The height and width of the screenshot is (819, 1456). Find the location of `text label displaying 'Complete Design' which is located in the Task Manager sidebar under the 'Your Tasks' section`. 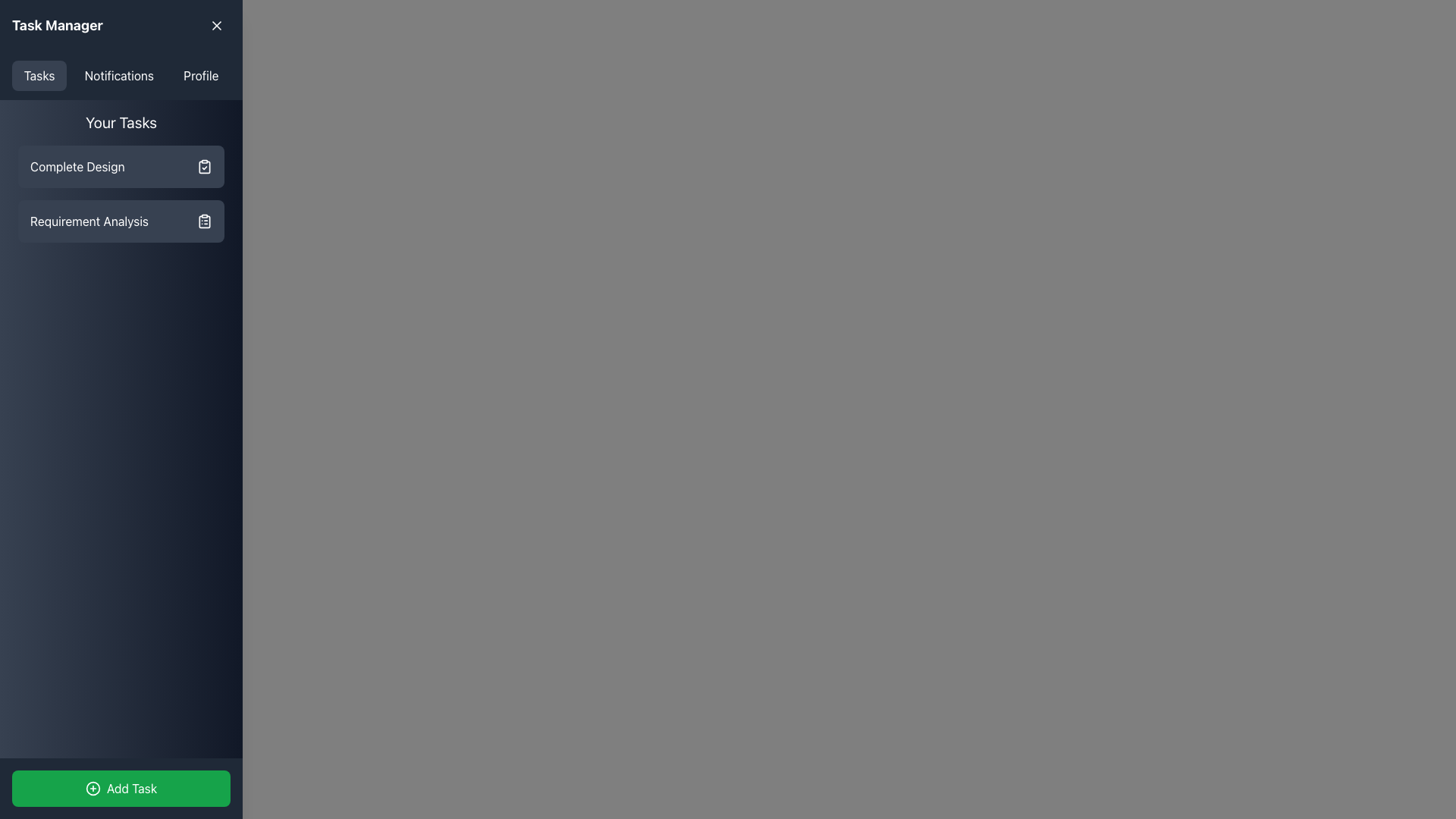

text label displaying 'Complete Design' which is located in the Task Manager sidebar under the 'Your Tasks' section is located at coordinates (77, 166).